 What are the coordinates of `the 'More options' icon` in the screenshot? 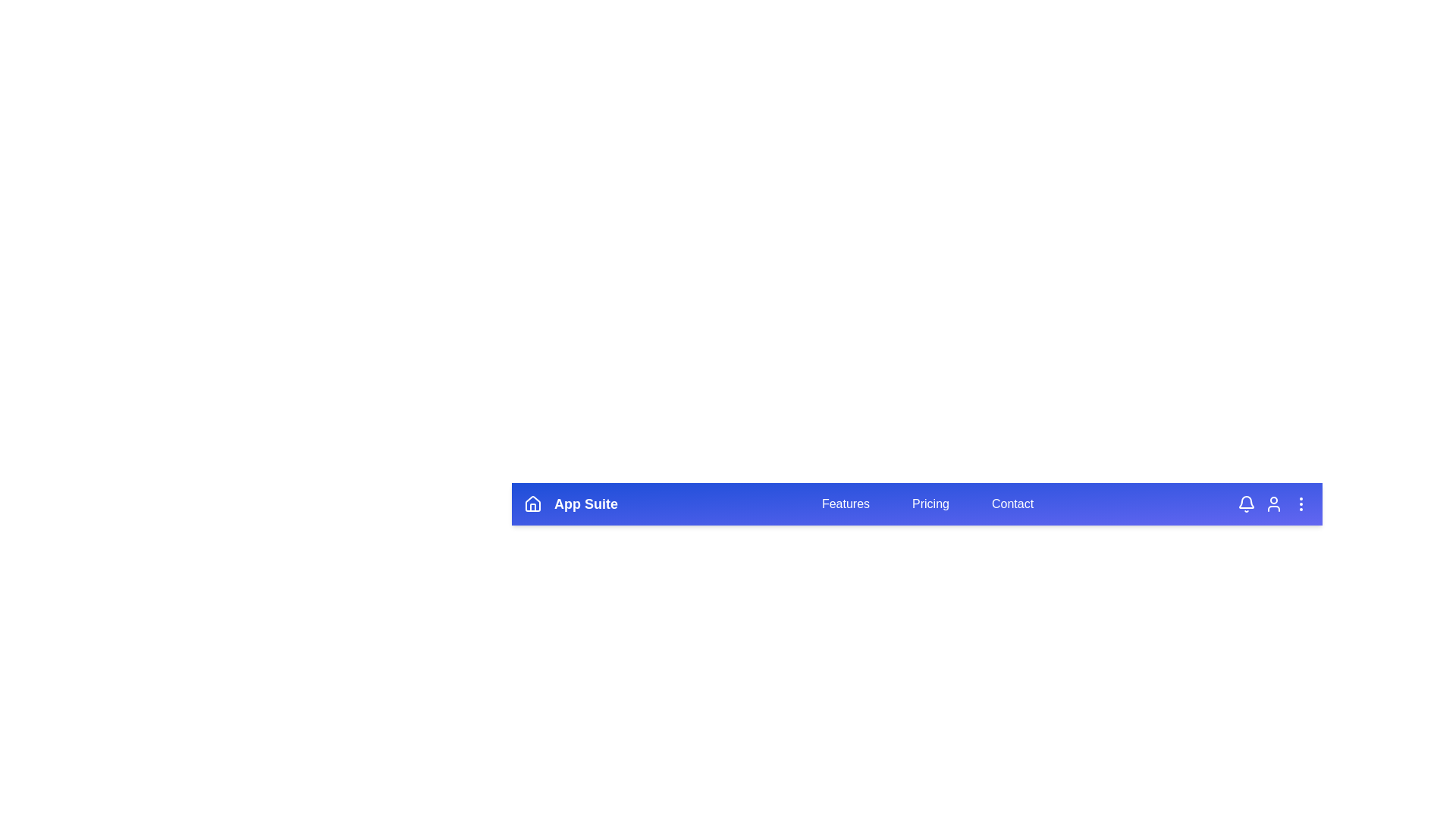 It's located at (1301, 504).